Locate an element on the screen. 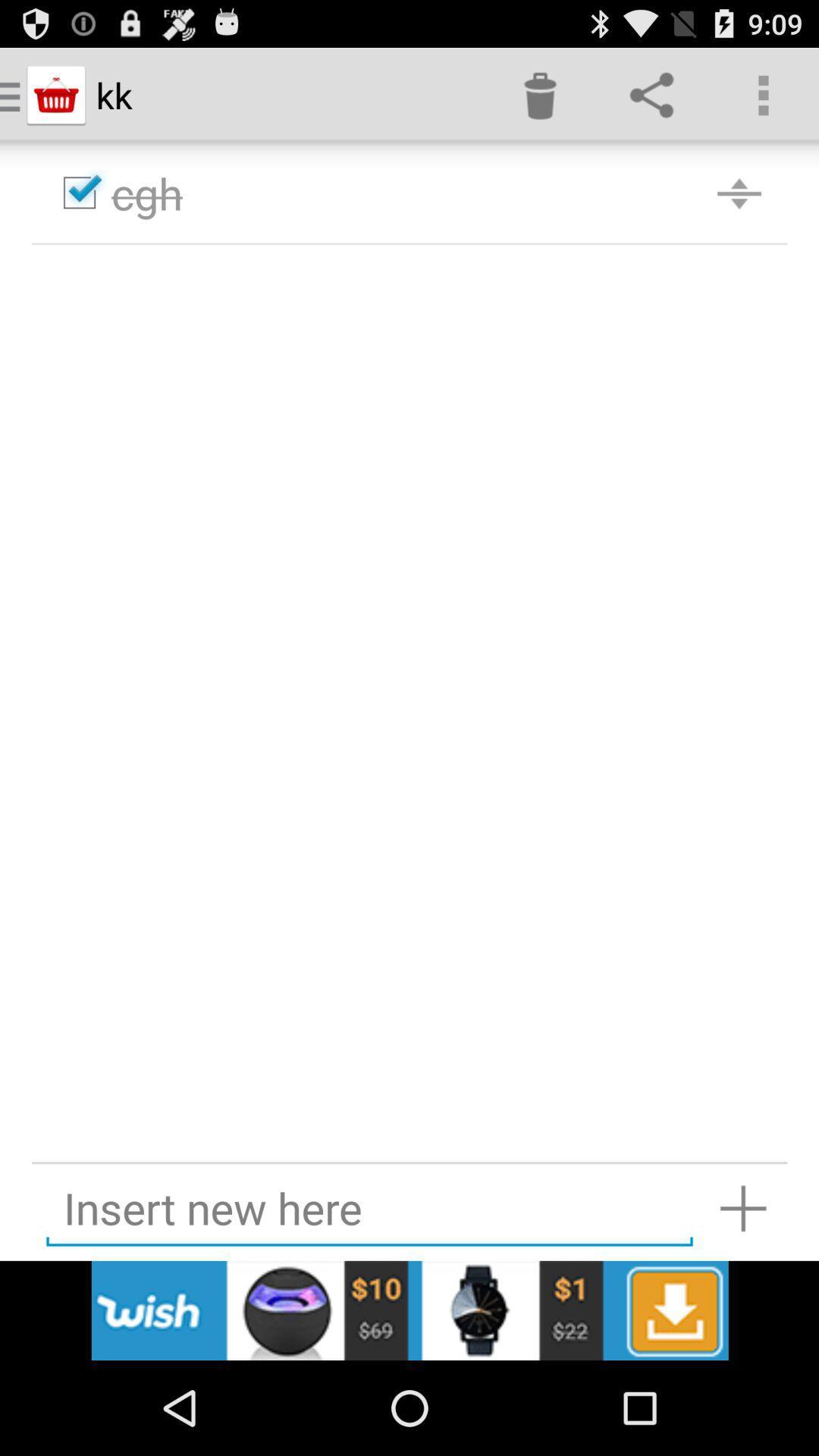 Image resolution: width=819 pixels, height=1456 pixels. insert new item is located at coordinates (742, 1207).